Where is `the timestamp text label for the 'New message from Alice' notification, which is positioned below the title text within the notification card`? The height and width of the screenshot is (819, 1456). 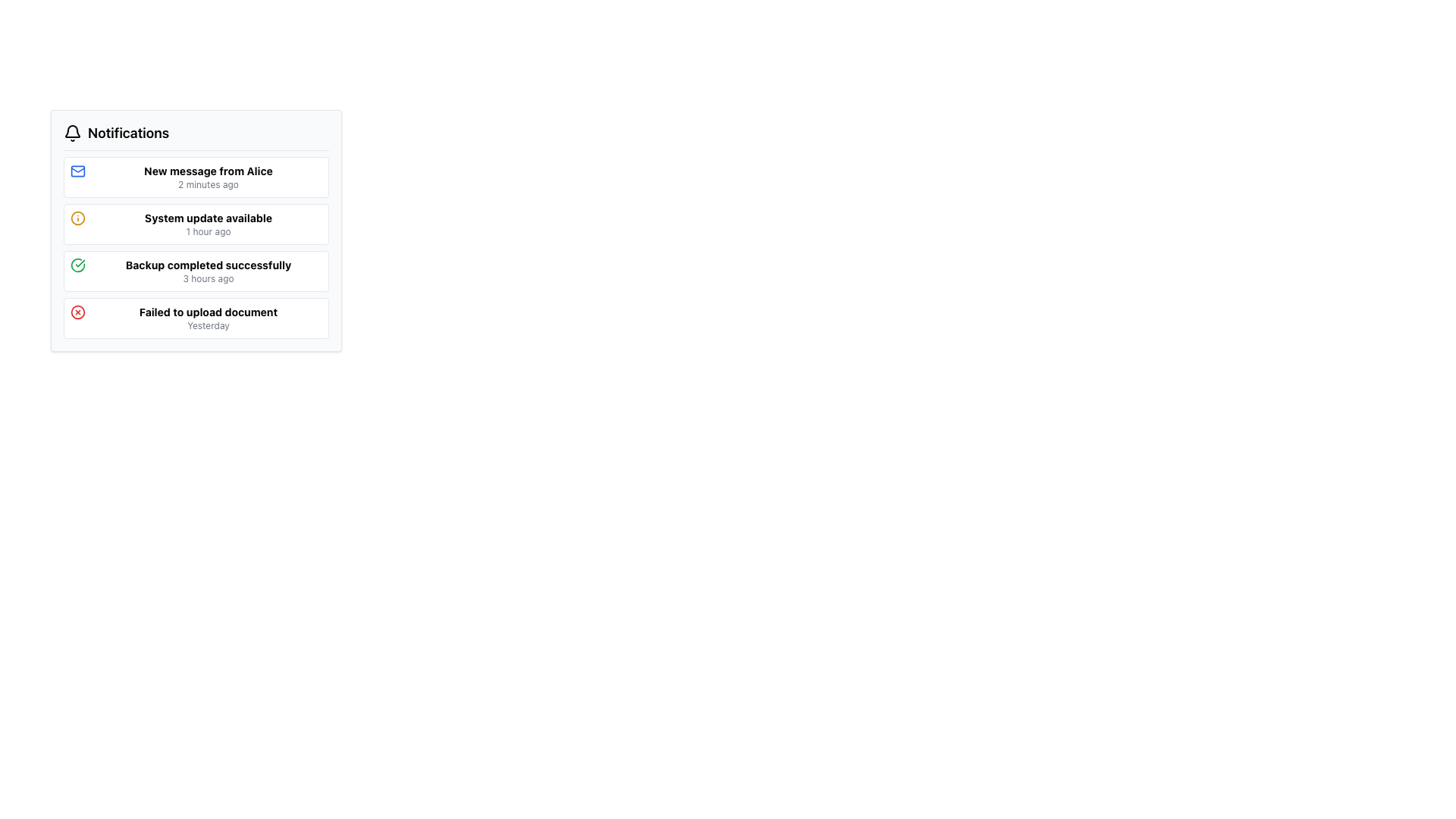 the timestamp text label for the 'New message from Alice' notification, which is positioned below the title text within the notification card is located at coordinates (207, 184).